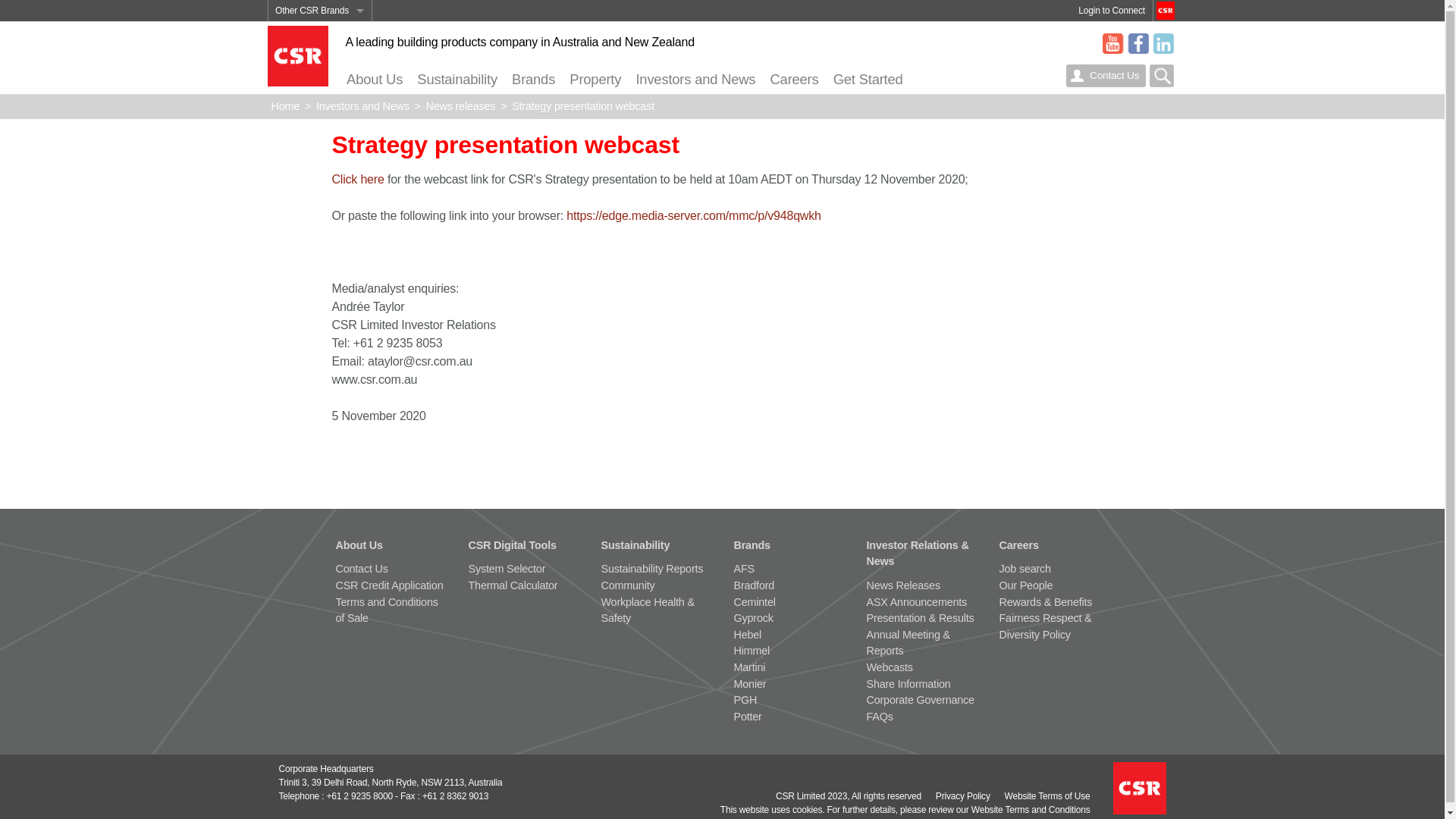  I want to click on 'Potter', so click(748, 717).